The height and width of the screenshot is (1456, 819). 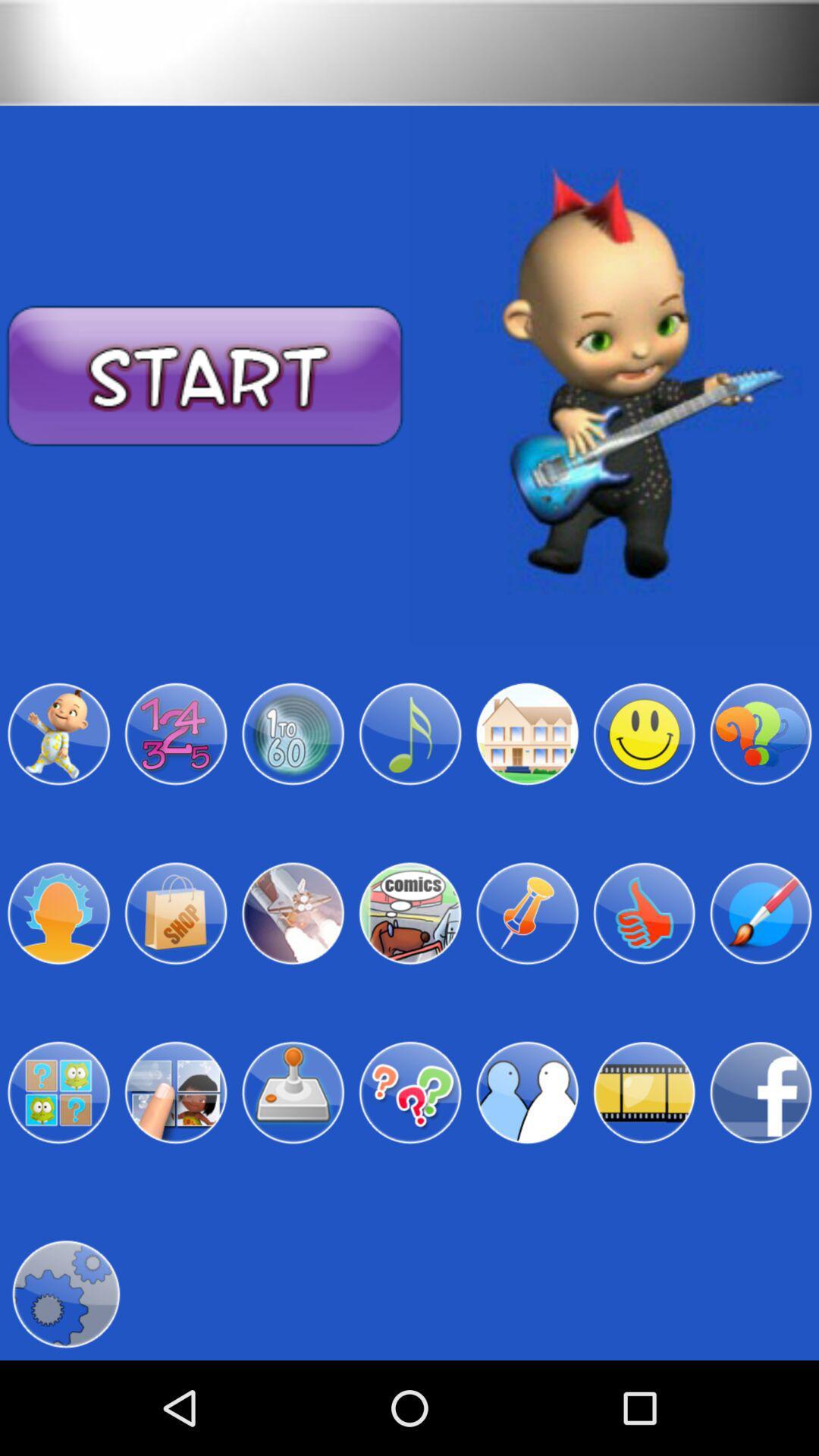 What do you see at coordinates (65, 1294) in the screenshot?
I see `settings` at bounding box center [65, 1294].